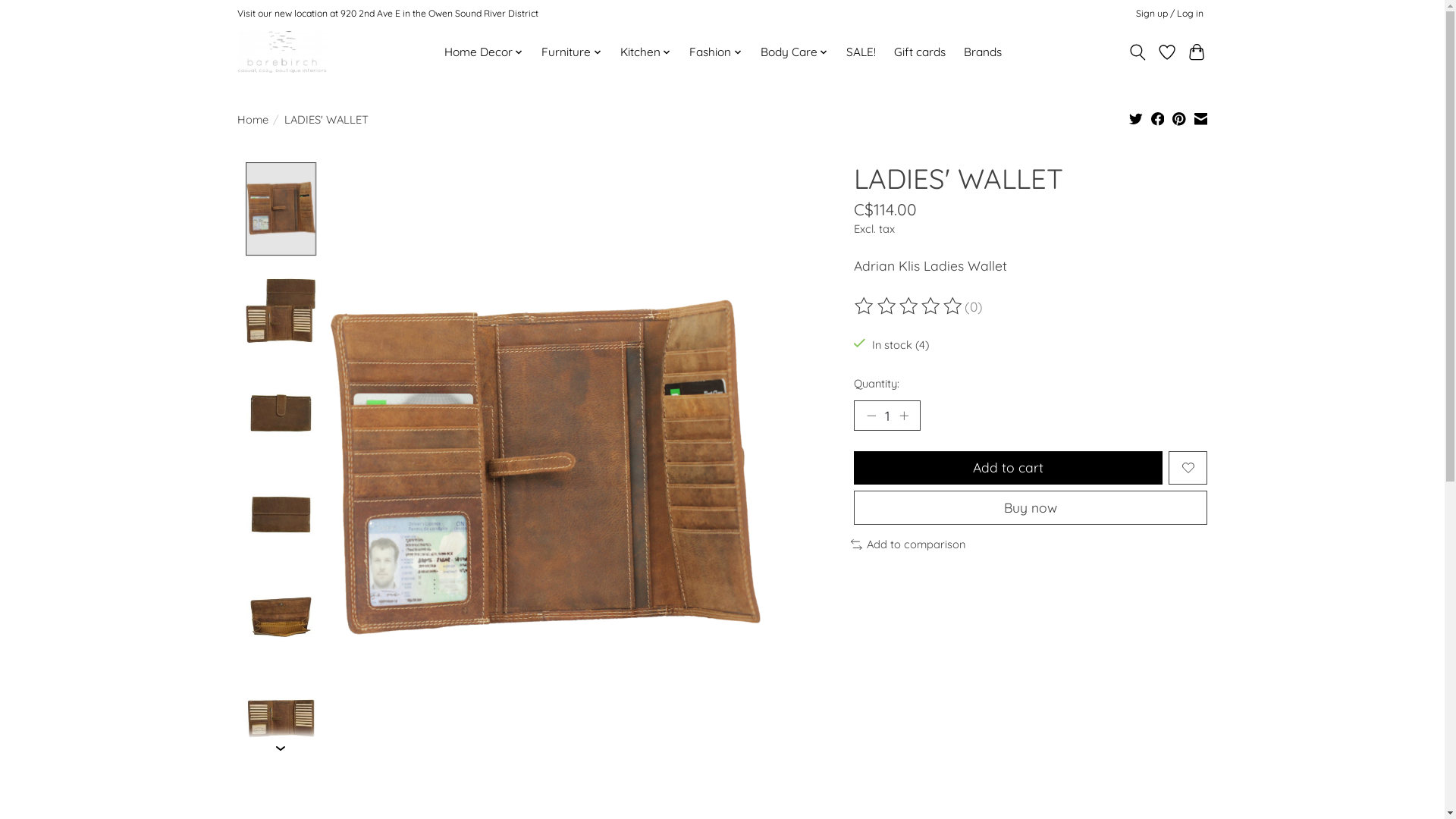 Image resolution: width=1456 pixels, height=819 pixels. I want to click on 'Body Care', so click(792, 51).